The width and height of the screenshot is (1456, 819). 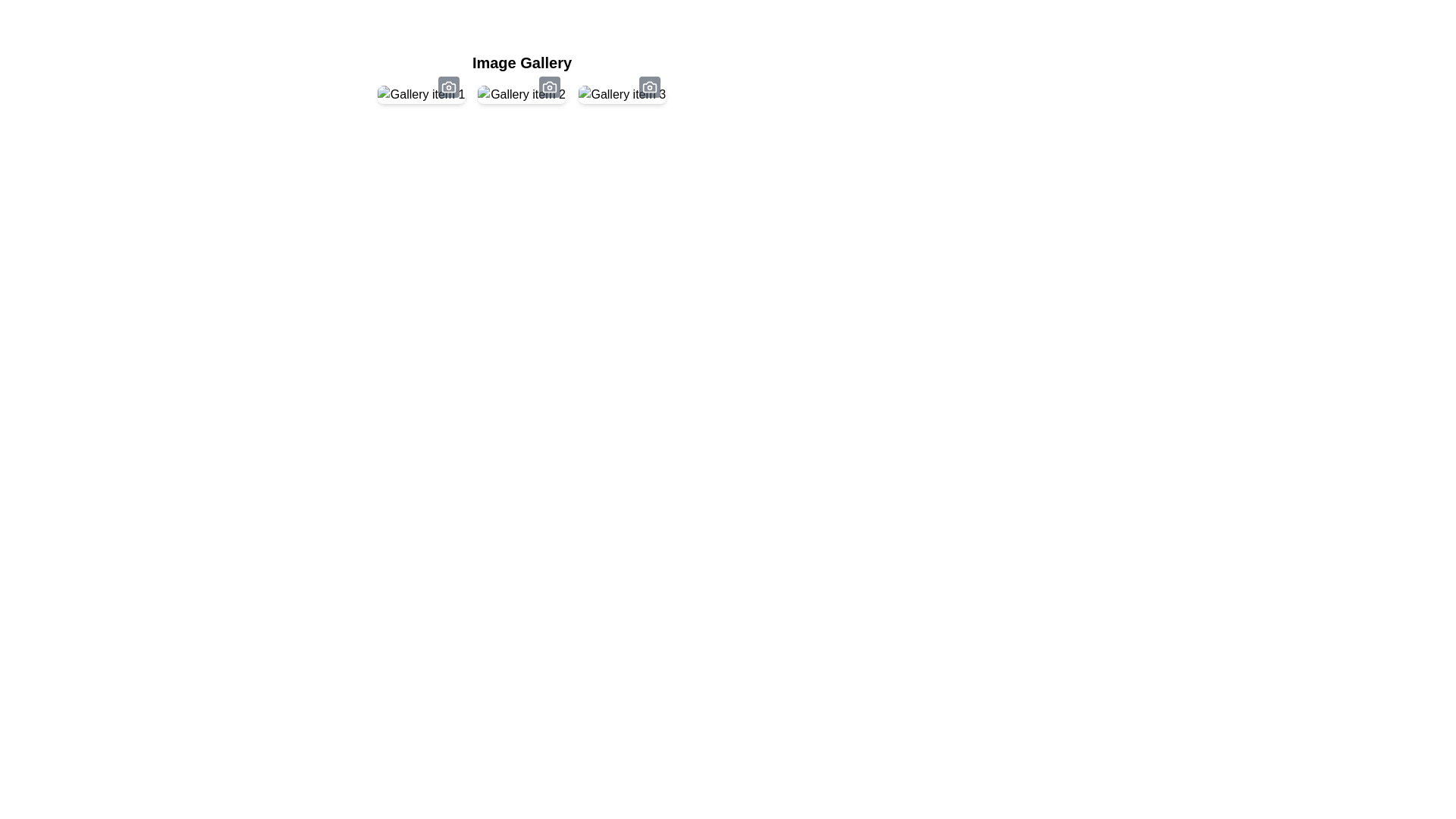 What do you see at coordinates (548, 87) in the screenshot?
I see `the camera icon, which is a gray-filled icon with black strokes located in the bottom-right corner of the second image gallery item` at bounding box center [548, 87].